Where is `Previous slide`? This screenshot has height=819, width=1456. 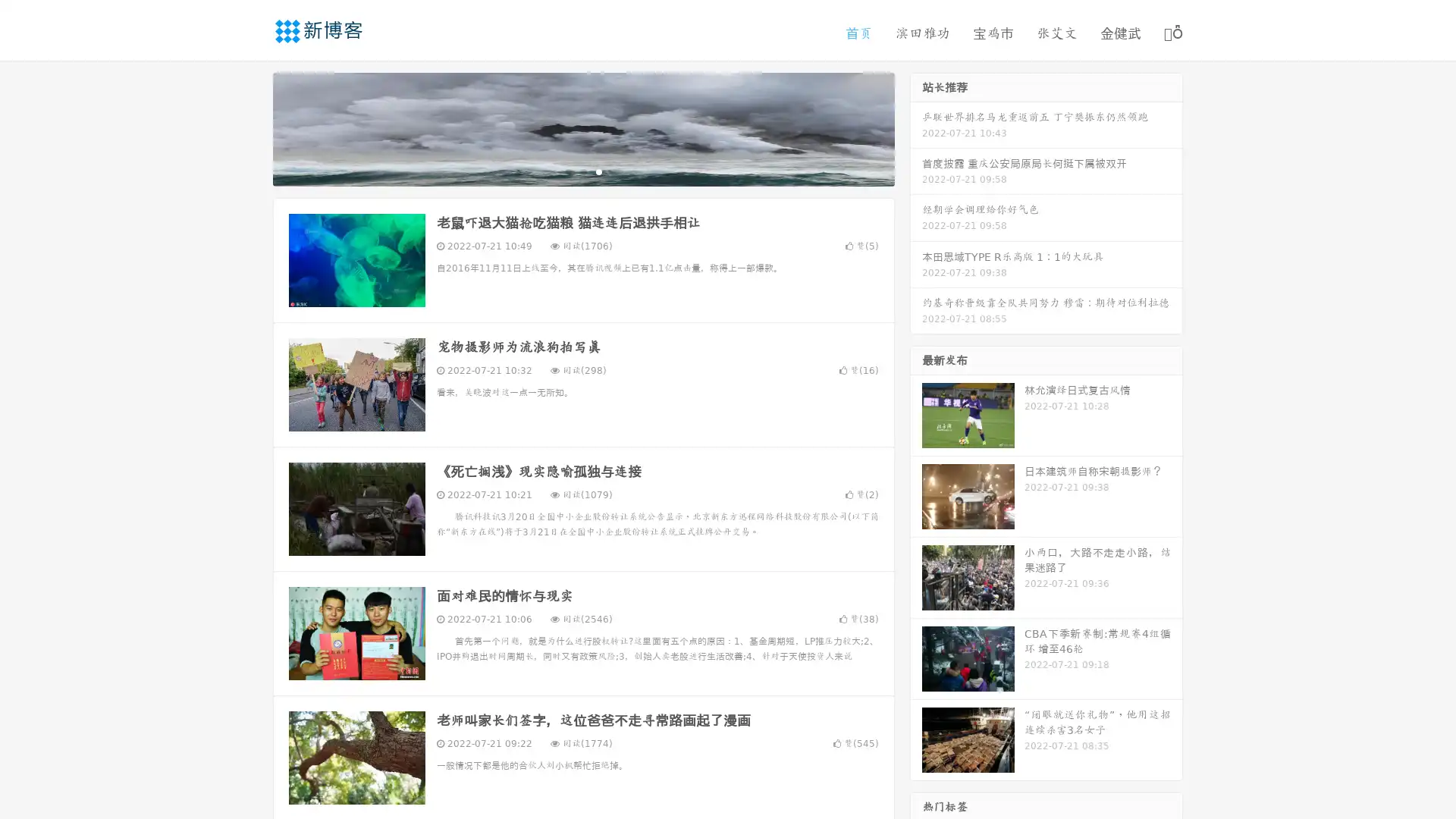
Previous slide is located at coordinates (250, 127).